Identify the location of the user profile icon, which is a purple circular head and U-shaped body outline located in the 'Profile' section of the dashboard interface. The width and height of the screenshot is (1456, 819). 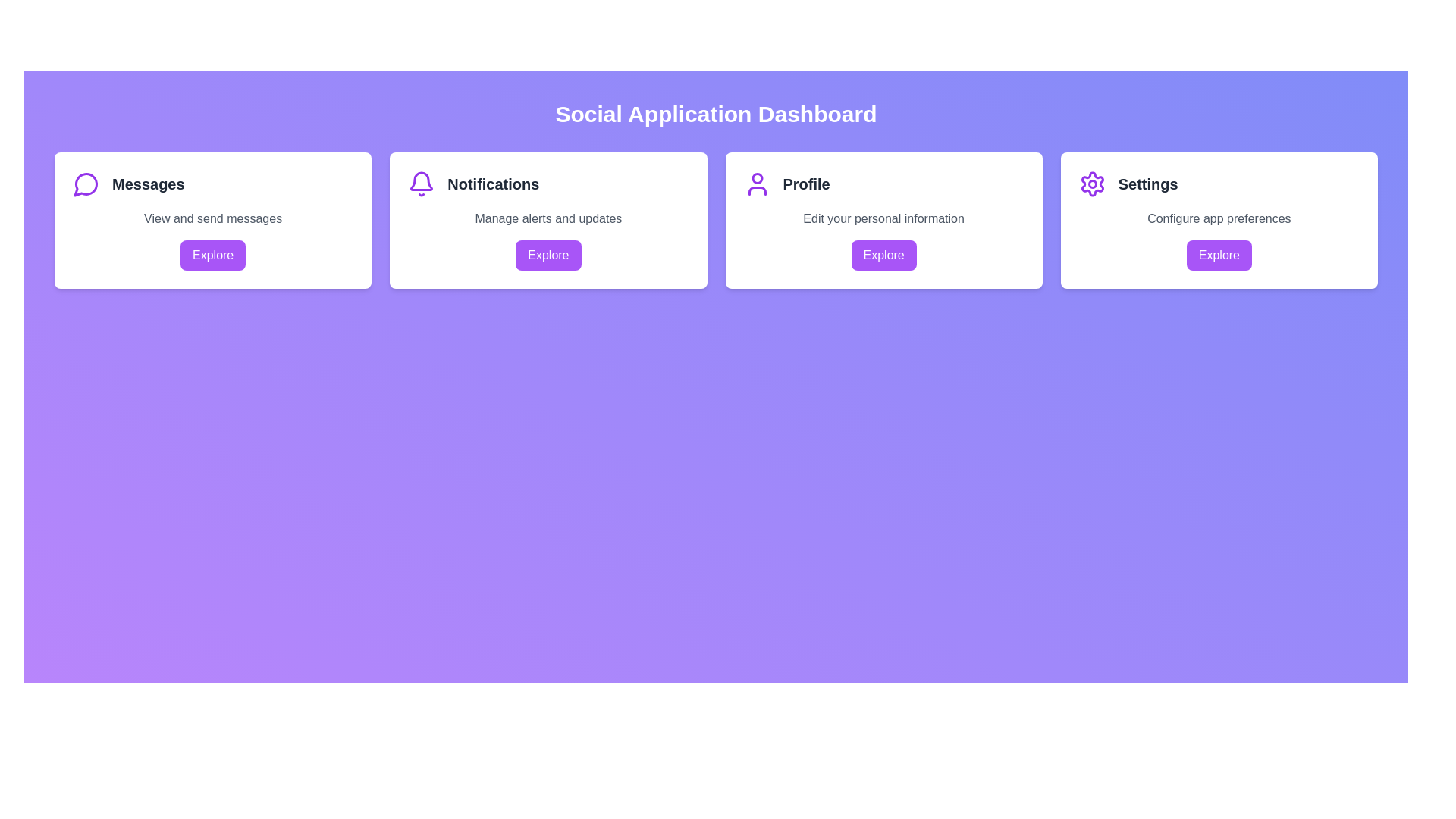
(757, 184).